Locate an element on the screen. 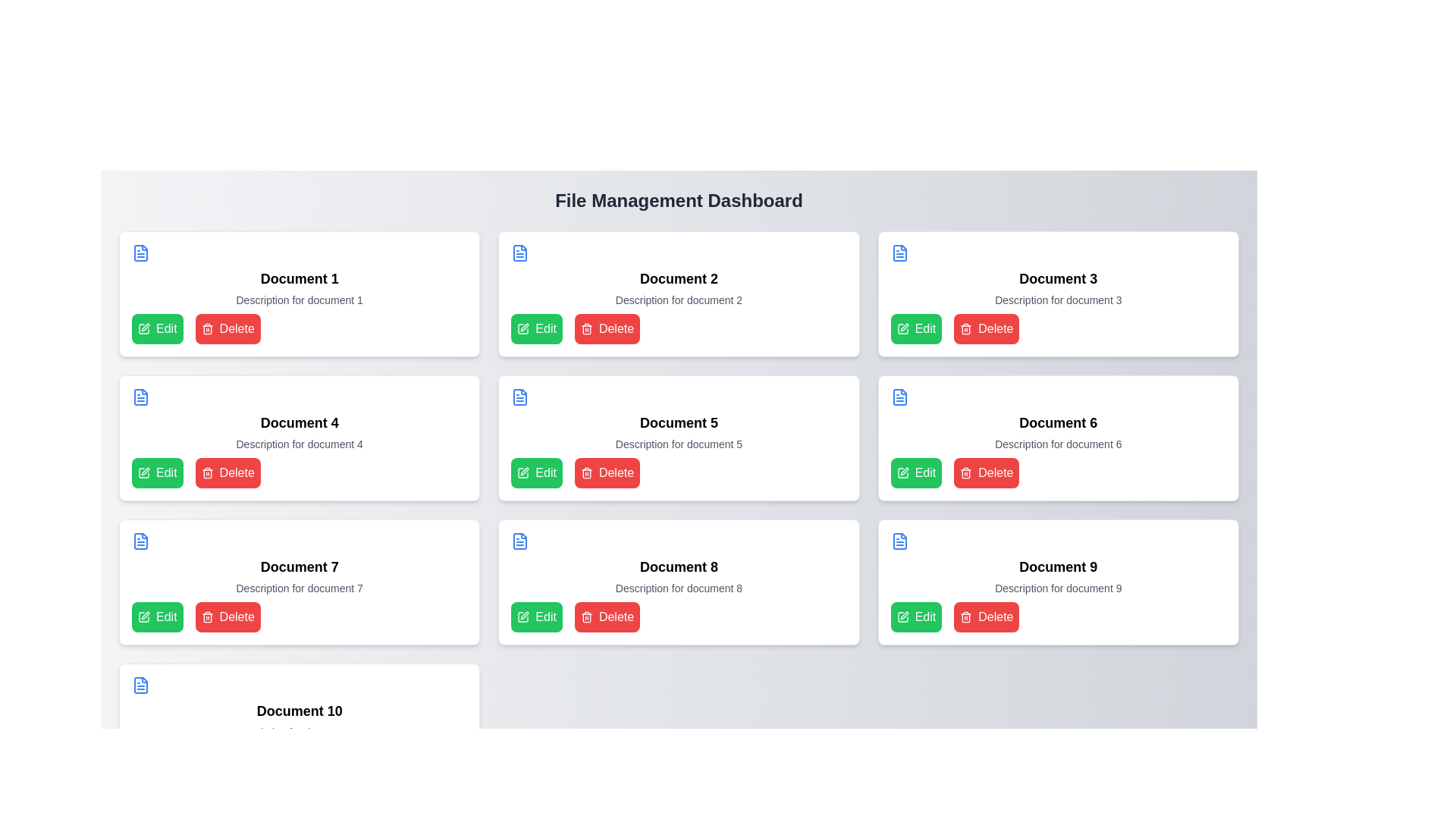 The width and height of the screenshot is (1456, 819). the red trash can icon located within the 'Delete' button for 'Document 1' is located at coordinates (206, 328).